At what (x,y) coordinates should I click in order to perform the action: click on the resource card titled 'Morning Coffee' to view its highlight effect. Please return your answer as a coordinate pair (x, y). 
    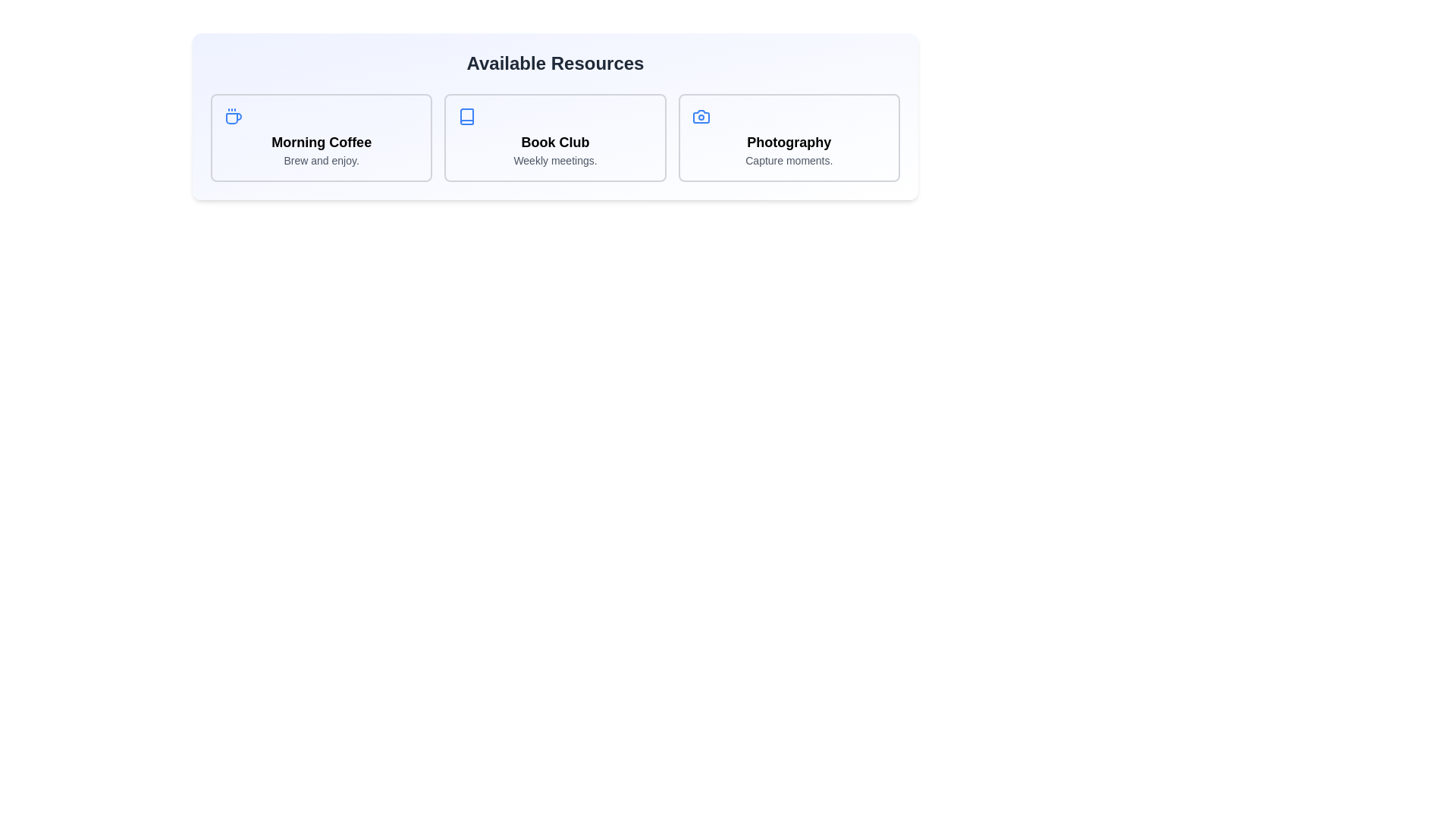
    Looking at the image, I should click on (320, 137).